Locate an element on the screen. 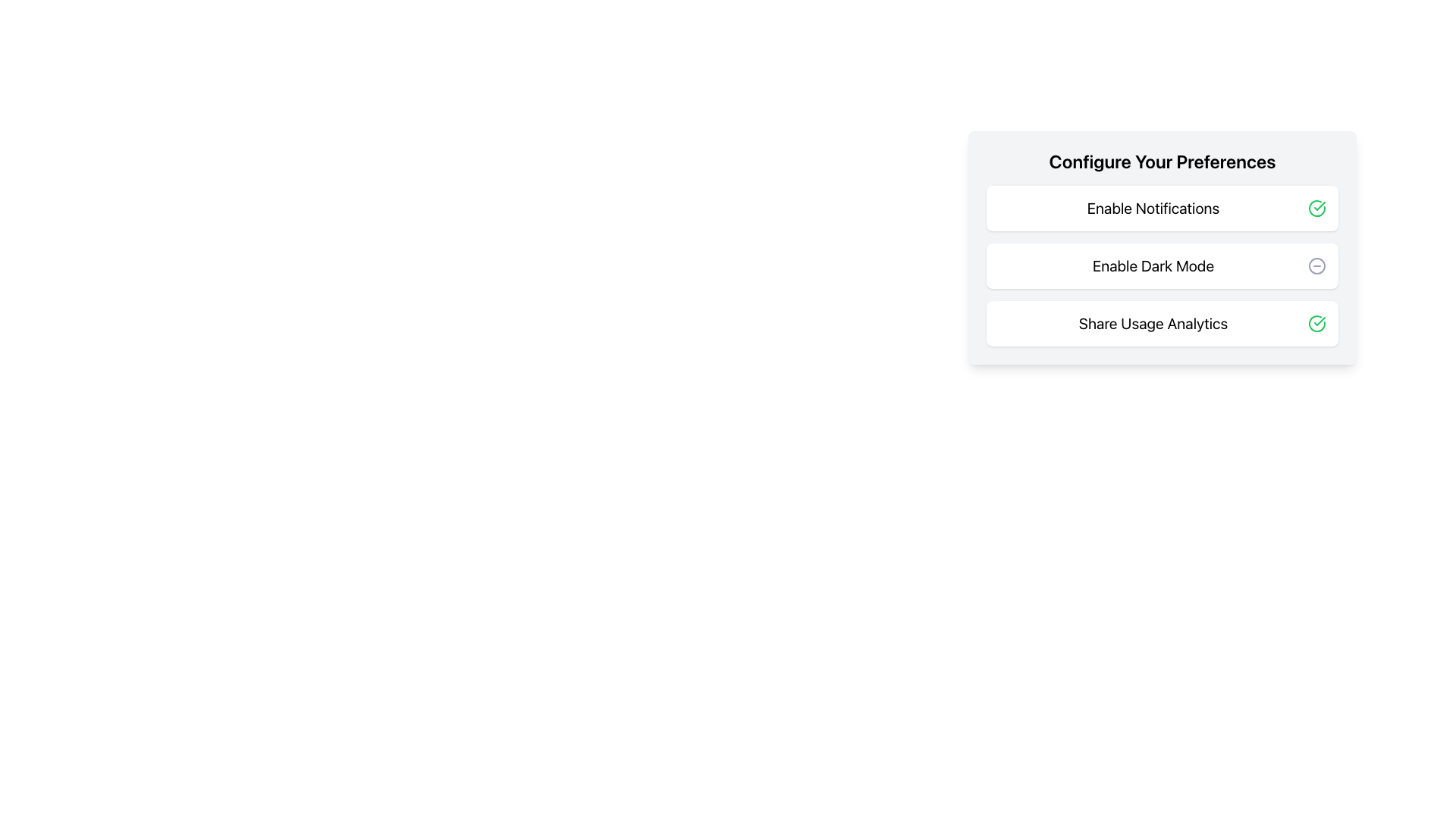 The height and width of the screenshot is (819, 1456). the Text Label that serves as a title for the notification toggle option, positioned above 'Enable Dark Mode' in the settings interface is located at coordinates (1153, 208).